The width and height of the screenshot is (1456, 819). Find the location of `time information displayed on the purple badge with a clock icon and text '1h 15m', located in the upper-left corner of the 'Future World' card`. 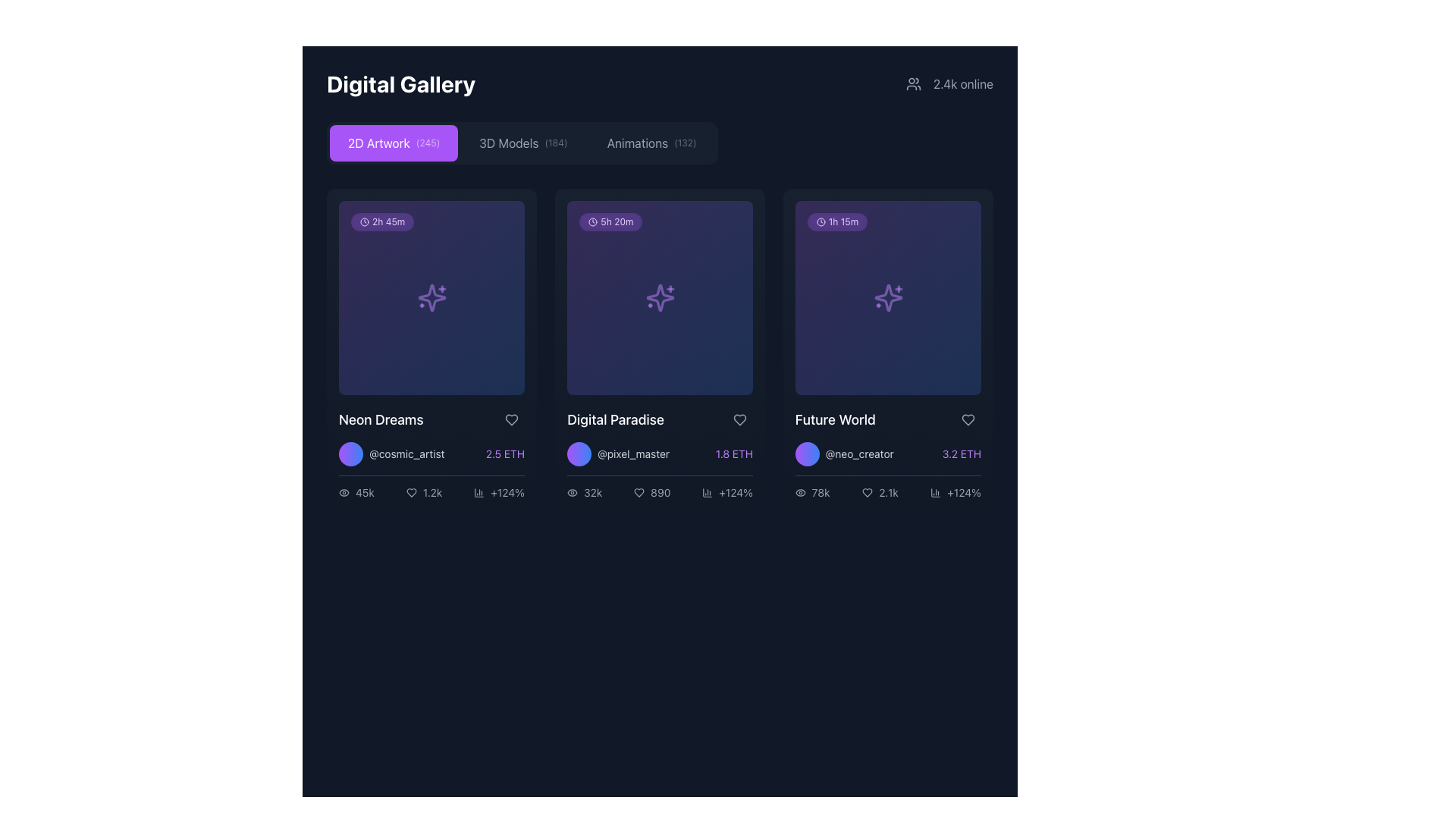

time information displayed on the purple badge with a clock icon and text '1h 15m', located in the upper-left corner of the 'Future World' card is located at coordinates (836, 222).